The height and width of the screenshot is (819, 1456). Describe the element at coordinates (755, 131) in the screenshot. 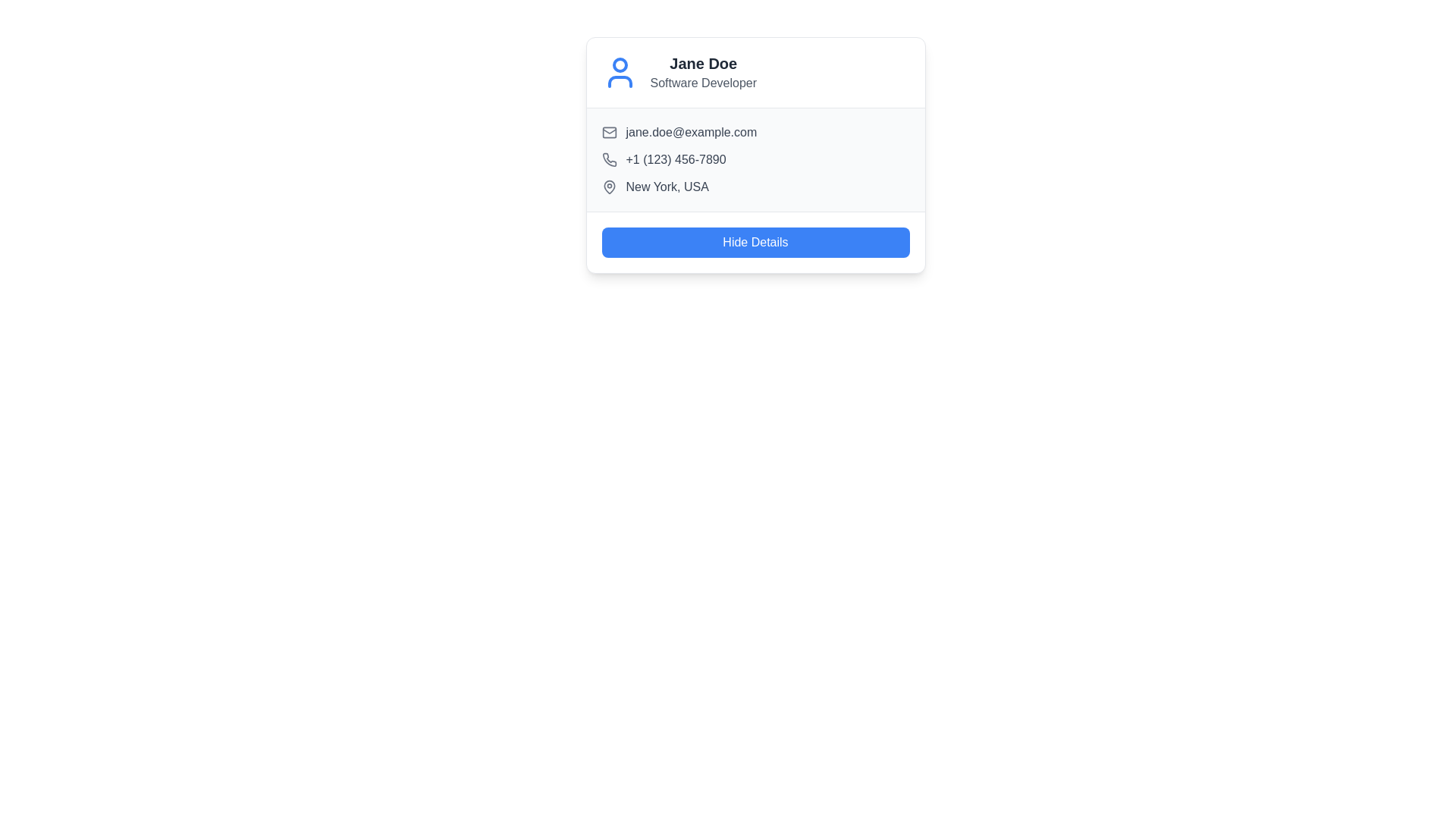

I see `the email display field located in the contact information section of the card layout, which is the first item in a grouped list` at that location.